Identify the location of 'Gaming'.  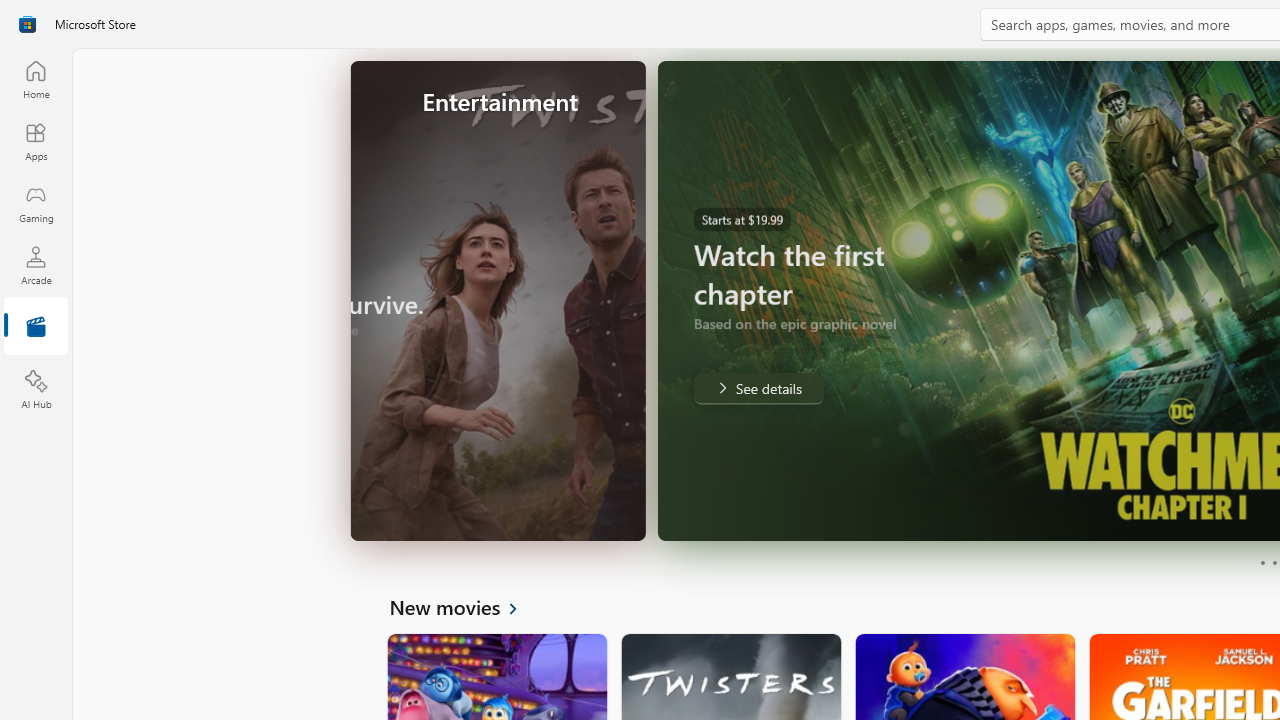
(35, 203).